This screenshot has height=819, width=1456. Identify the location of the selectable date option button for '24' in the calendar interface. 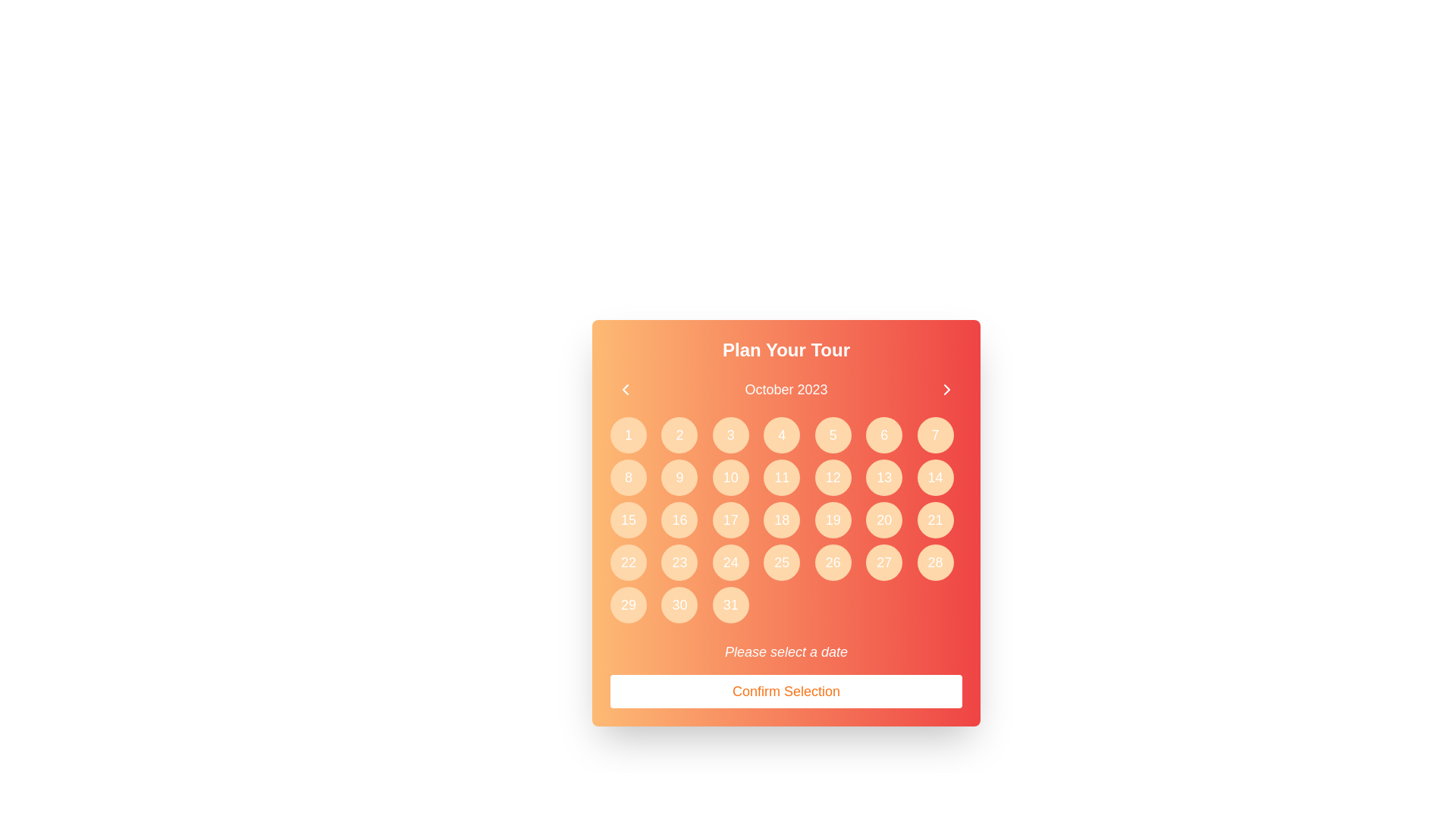
(730, 562).